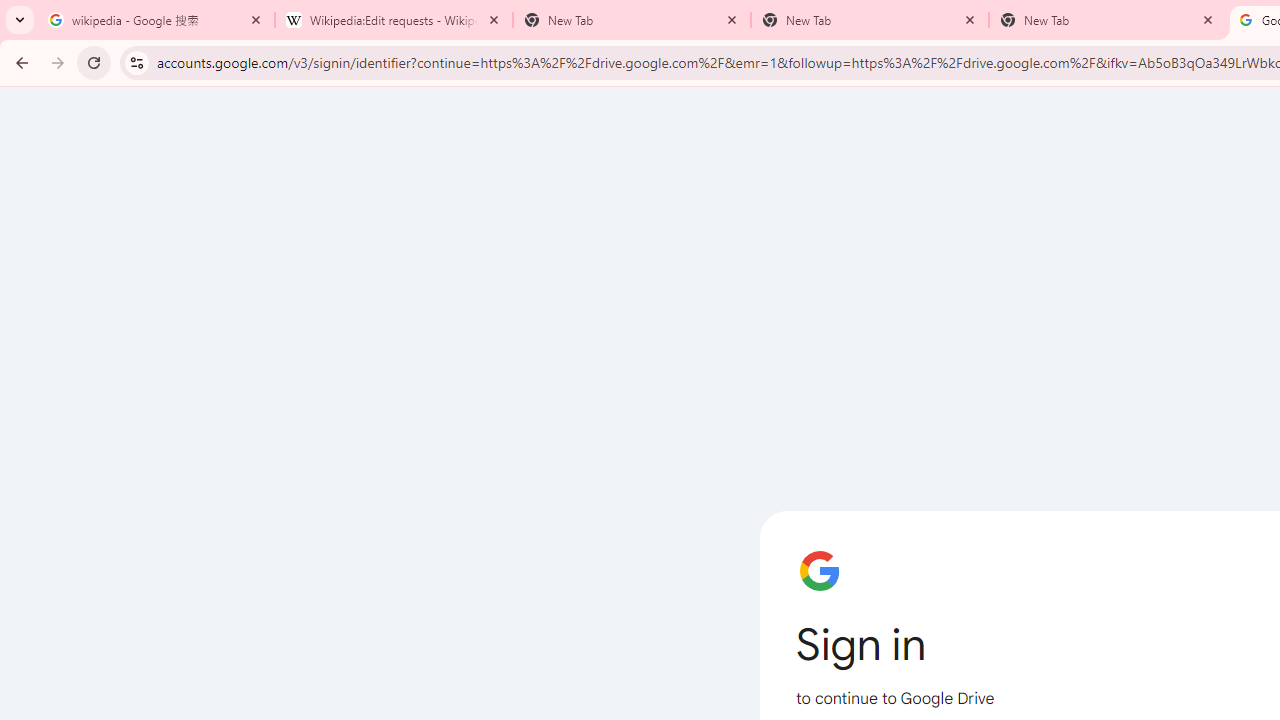  Describe the element at coordinates (93, 61) in the screenshot. I see `'Reload'` at that location.